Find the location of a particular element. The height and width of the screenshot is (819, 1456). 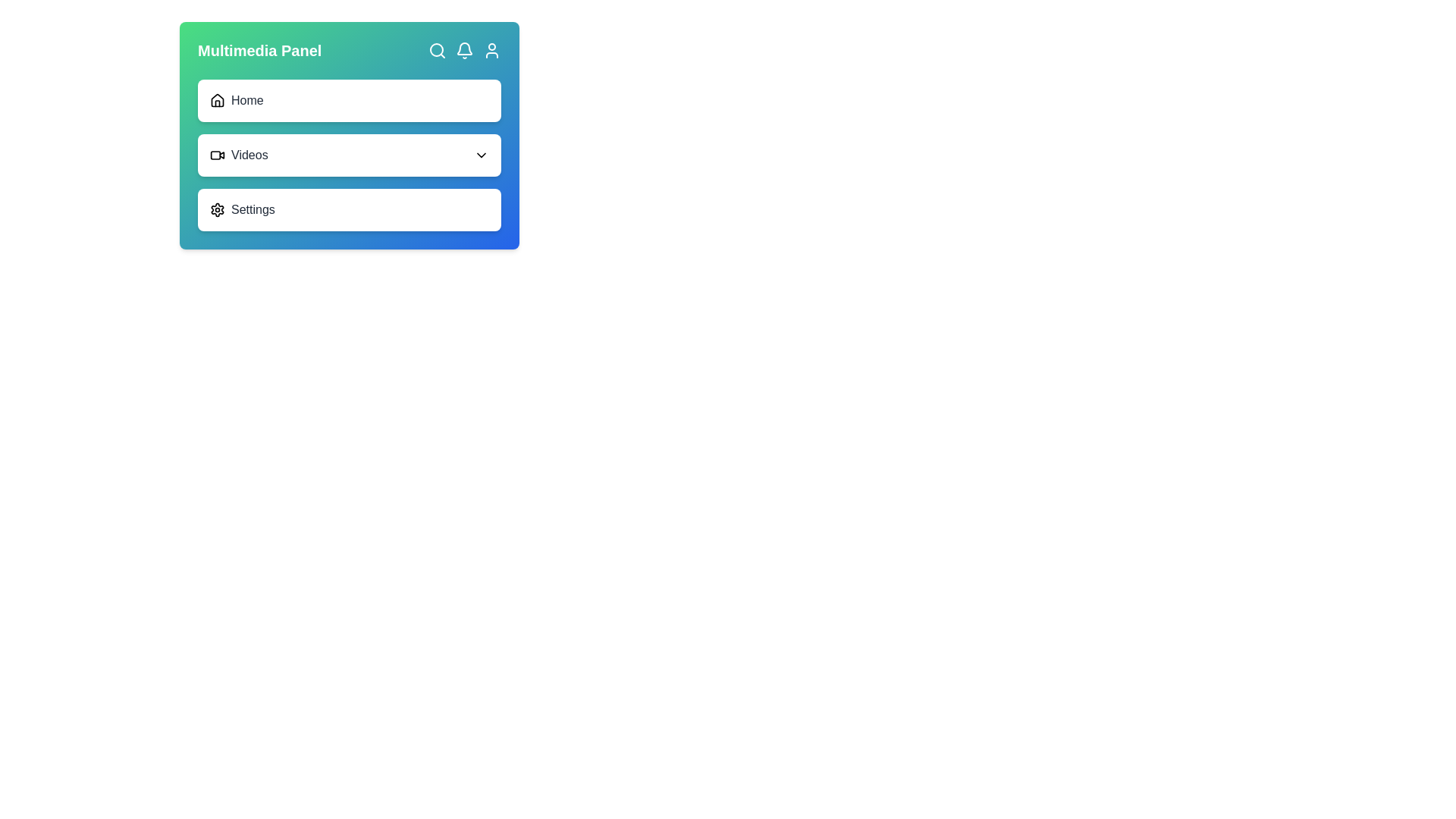

the gear-shaped SVG icon associated with settings located to the left of the 'Settings' text in the bottom section of the vertical menu is located at coordinates (217, 210).